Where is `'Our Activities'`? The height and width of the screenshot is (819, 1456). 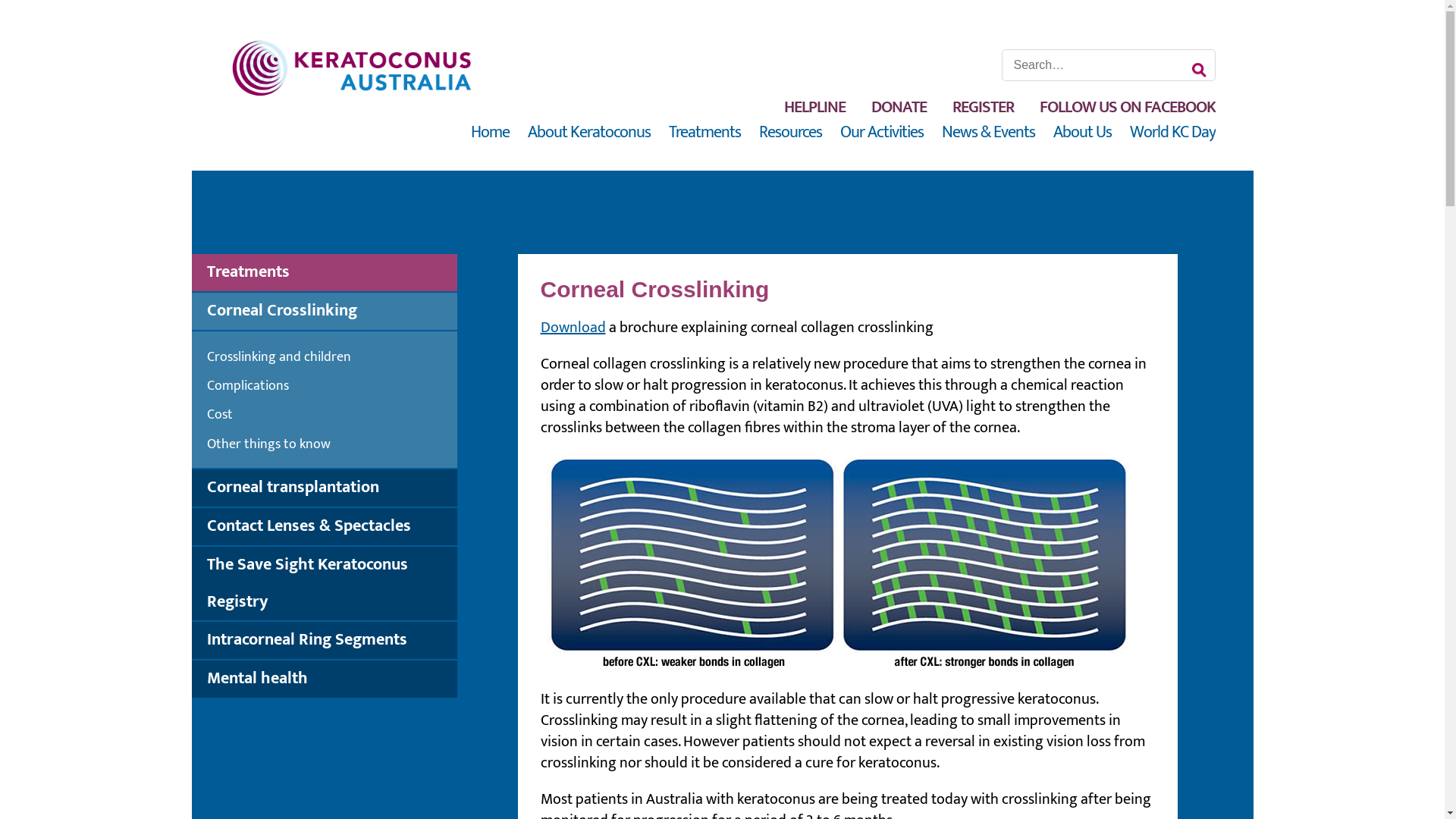 'Our Activities' is located at coordinates (881, 131).